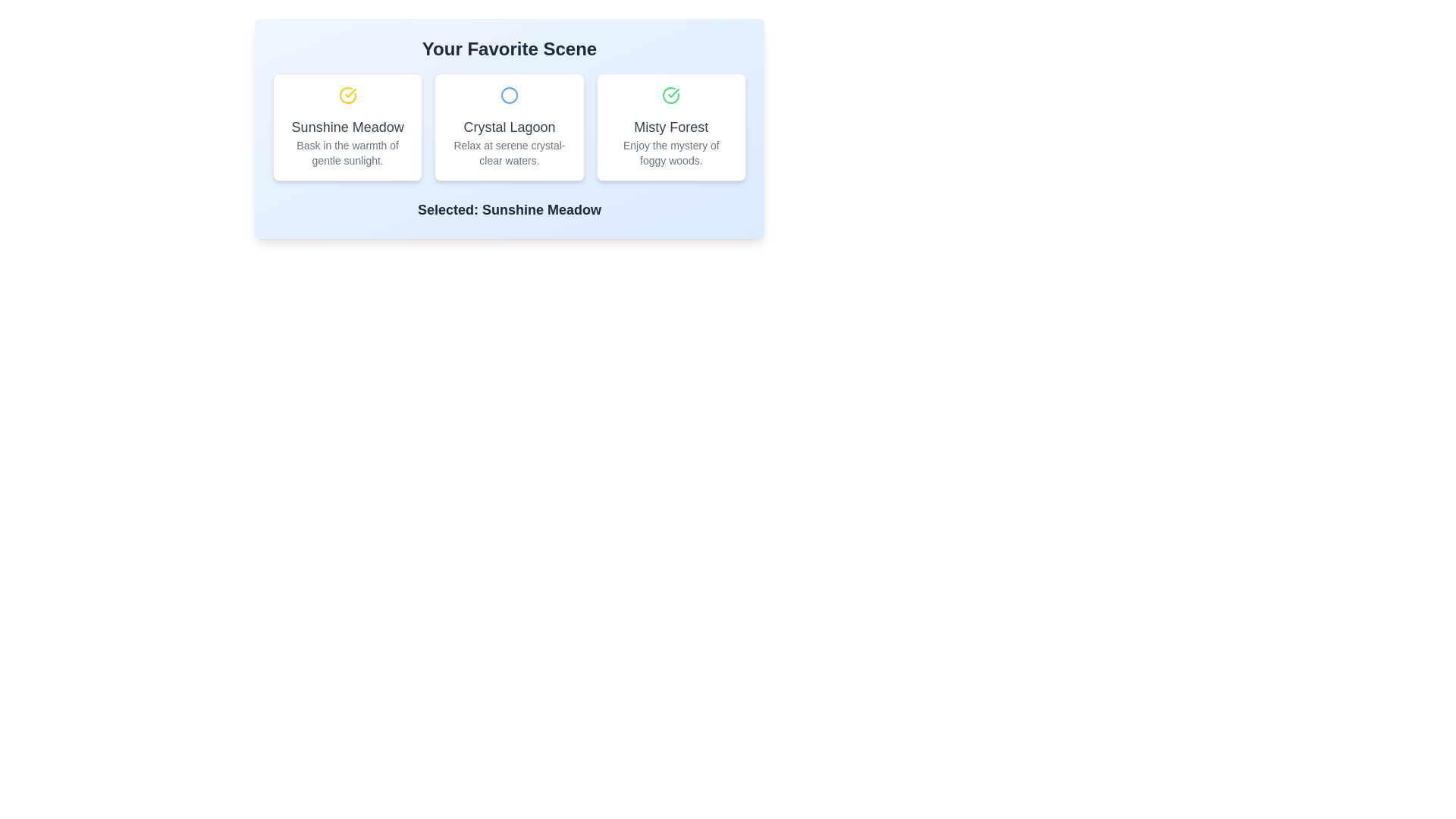  What do you see at coordinates (670, 127) in the screenshot?
I see `the 'Misty Forest' selectable card, which is the third card in a horizontally aligned grid of three cards` at bounding box center [670, 127].